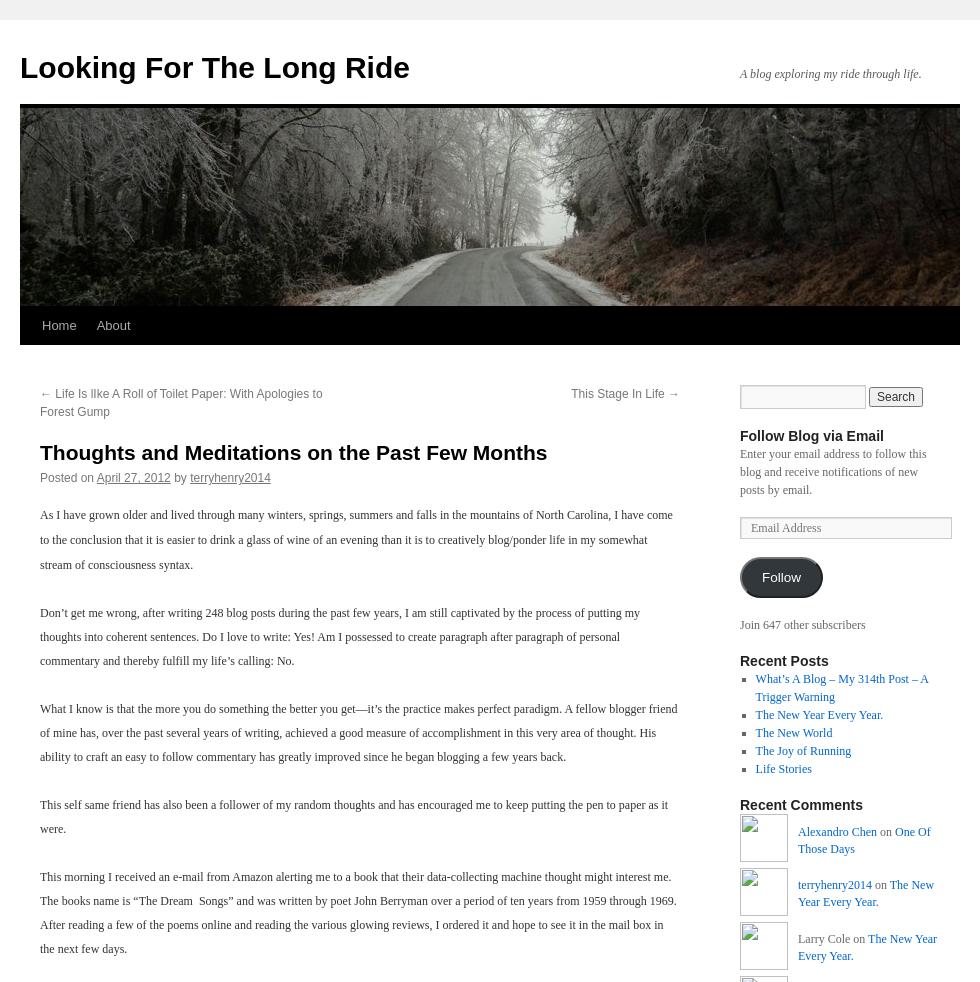  Describe the element at coordinates (739, 436) in the screenshot. I see `'Follow Blog via Email'` at that location.